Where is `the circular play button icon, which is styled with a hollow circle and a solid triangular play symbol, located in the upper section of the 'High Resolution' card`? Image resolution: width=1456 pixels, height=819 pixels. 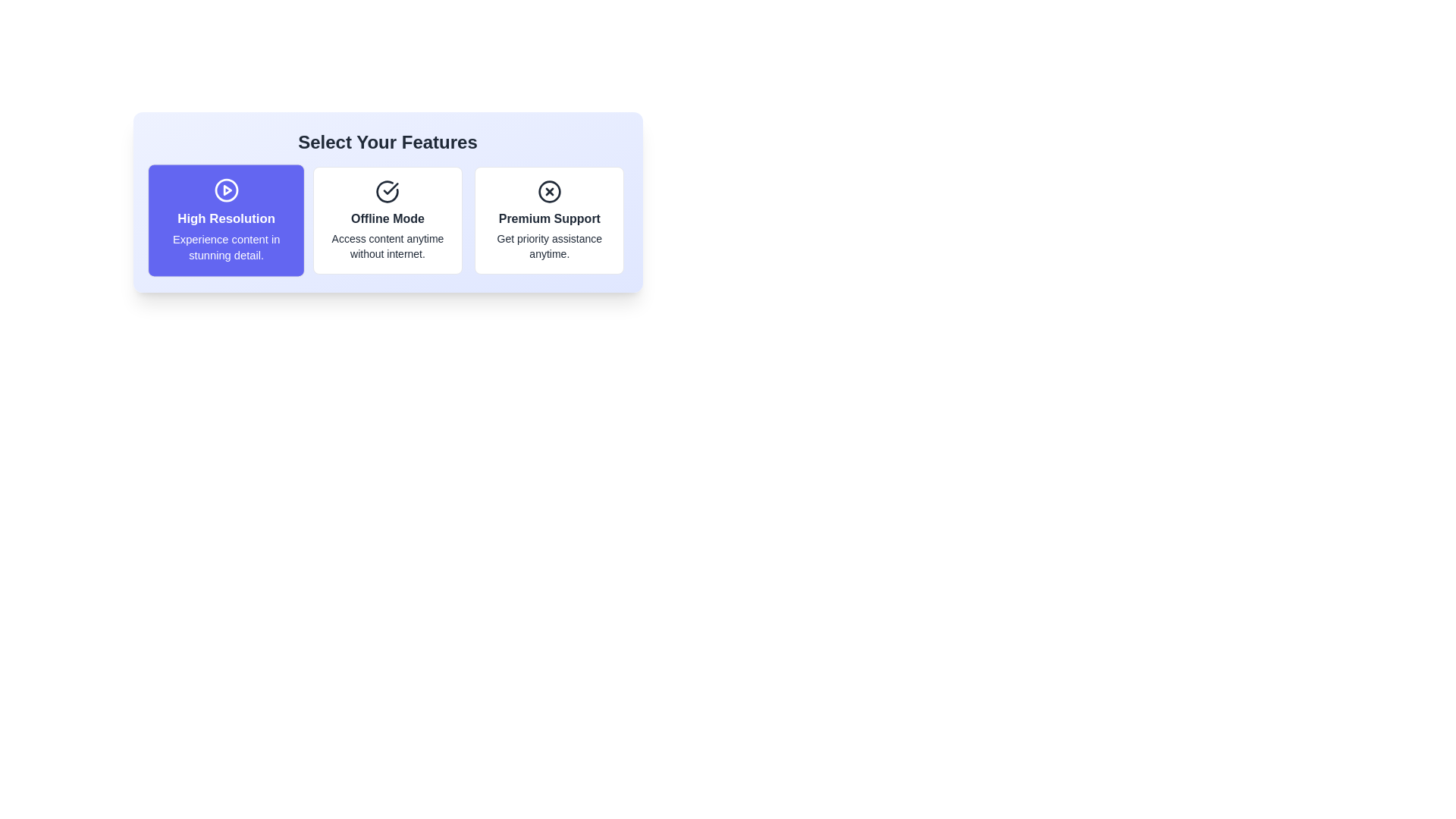 the circular play button icon, which is styled with a hollow circle and a solid triangular play symbol, located in the upper section of the 'High Resolution' card is located at coordinates (225, 190).